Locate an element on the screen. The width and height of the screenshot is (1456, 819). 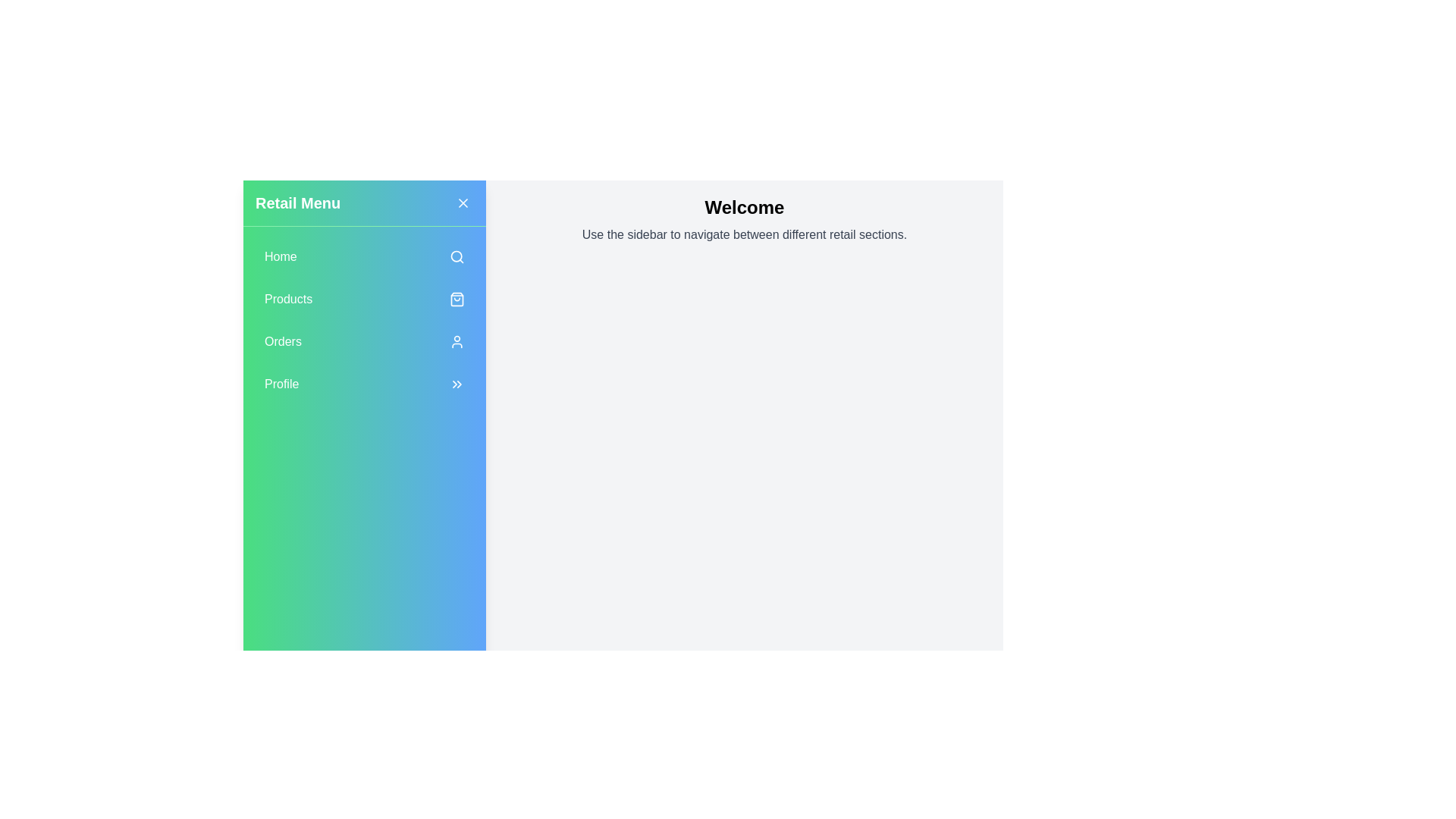
the Navigation menu item that directs to the Products section, positioned second in the sidebar below 'Home' is located at coordinates (364, 299).